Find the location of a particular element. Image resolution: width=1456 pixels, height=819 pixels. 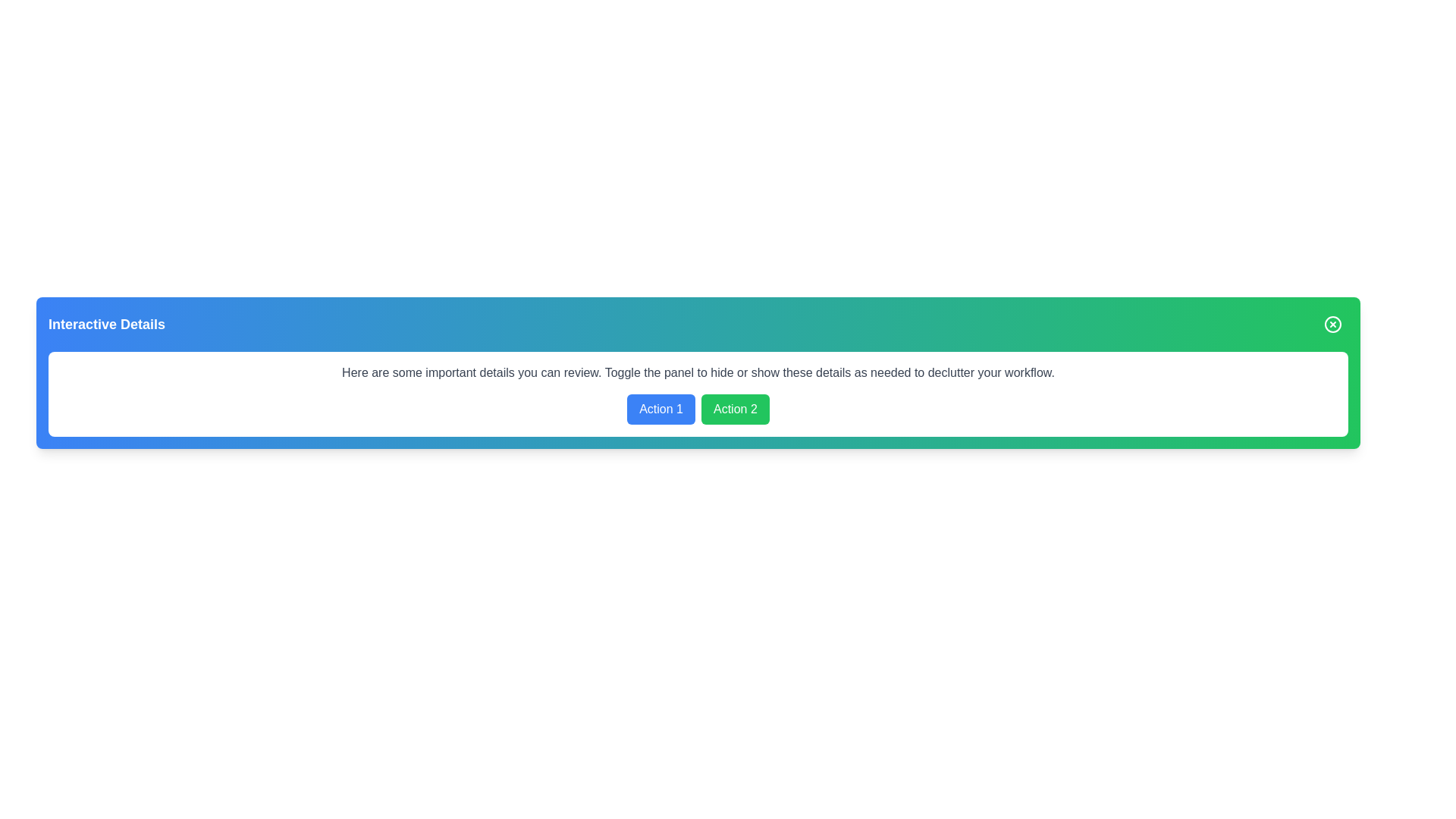

the informational text block located near the top of the white rounded box, which is positioned centrally above the 'Action 1' and 'Action 2' buttons is located at coordinates (698, 373).